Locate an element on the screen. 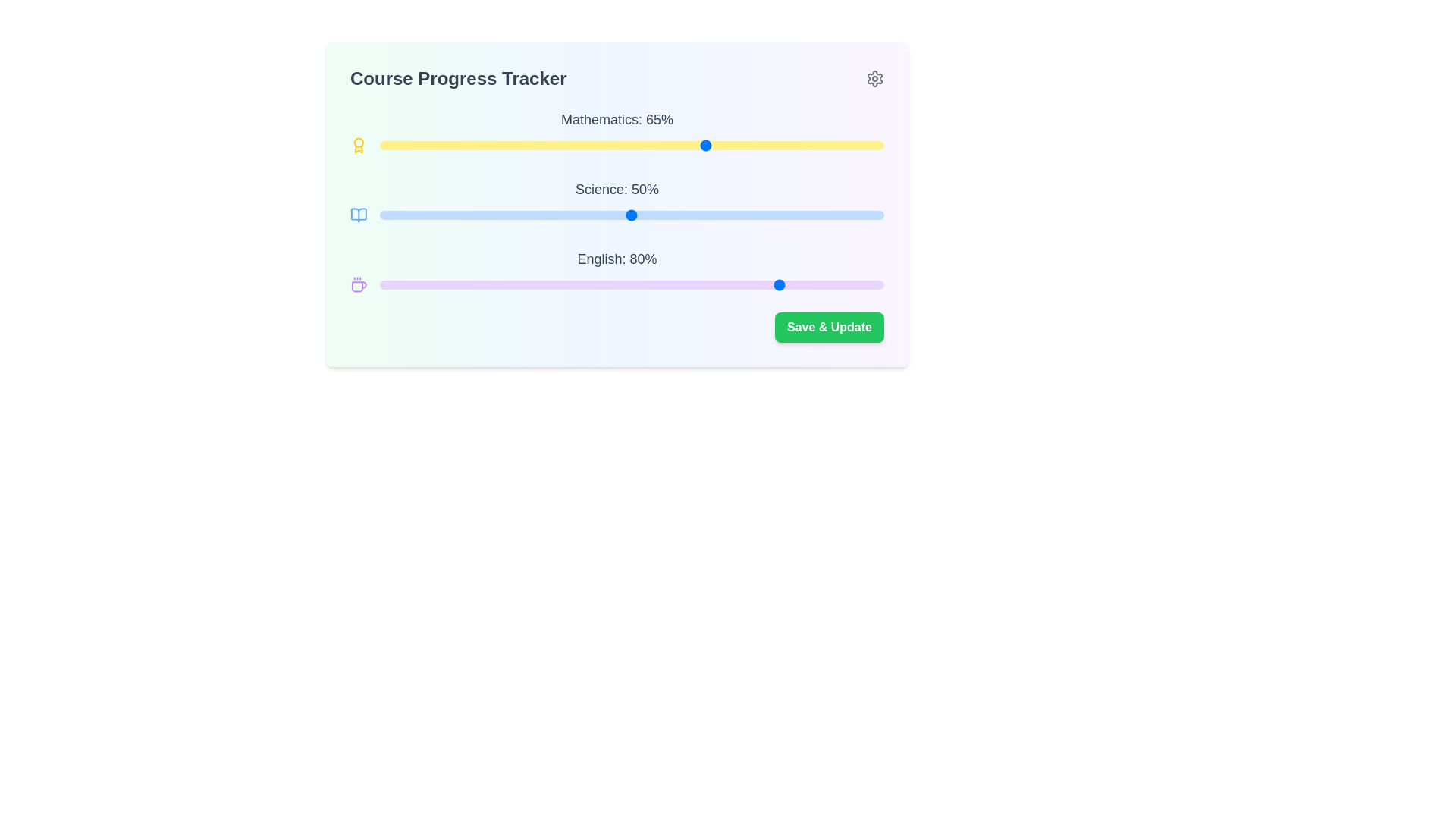 This screenshot has width=1456, height=819. the mathematics progress is located at coordinates (758, 146).